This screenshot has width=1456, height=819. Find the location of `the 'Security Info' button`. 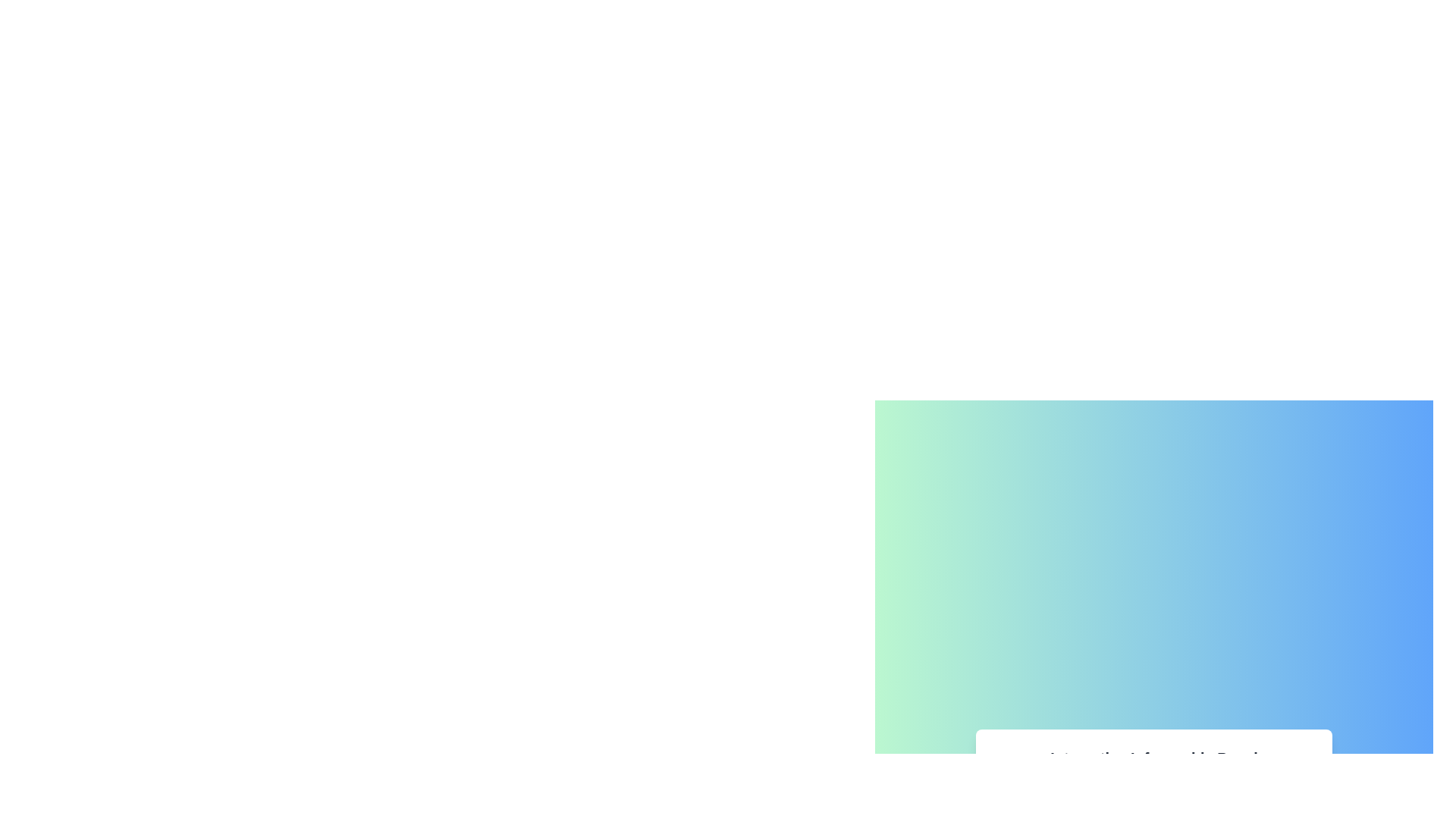

the 'Security Info' button is located at coordinates (1050, 789).